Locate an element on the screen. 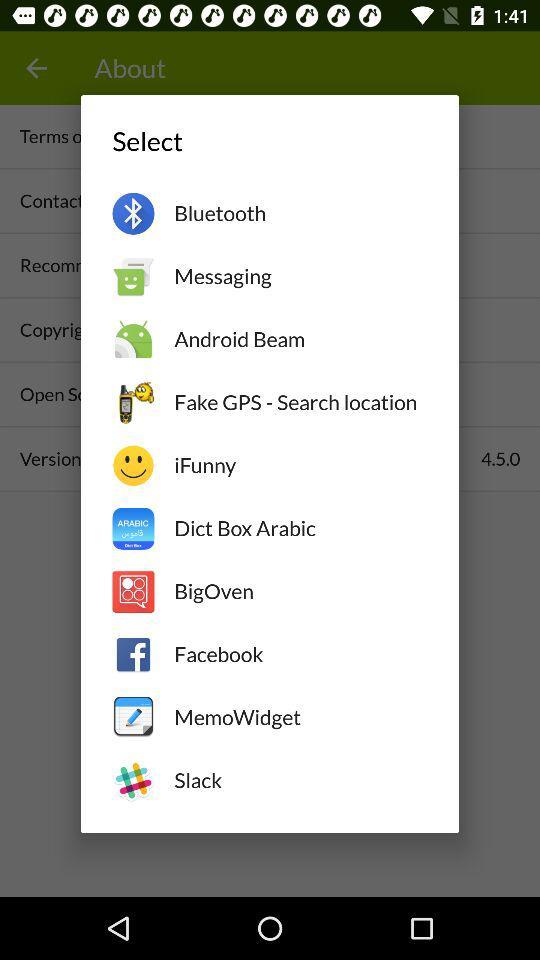 Image resolution: width=540 pixels, height=960 pixels. the android beam icon is located at coordinates (299, 339).